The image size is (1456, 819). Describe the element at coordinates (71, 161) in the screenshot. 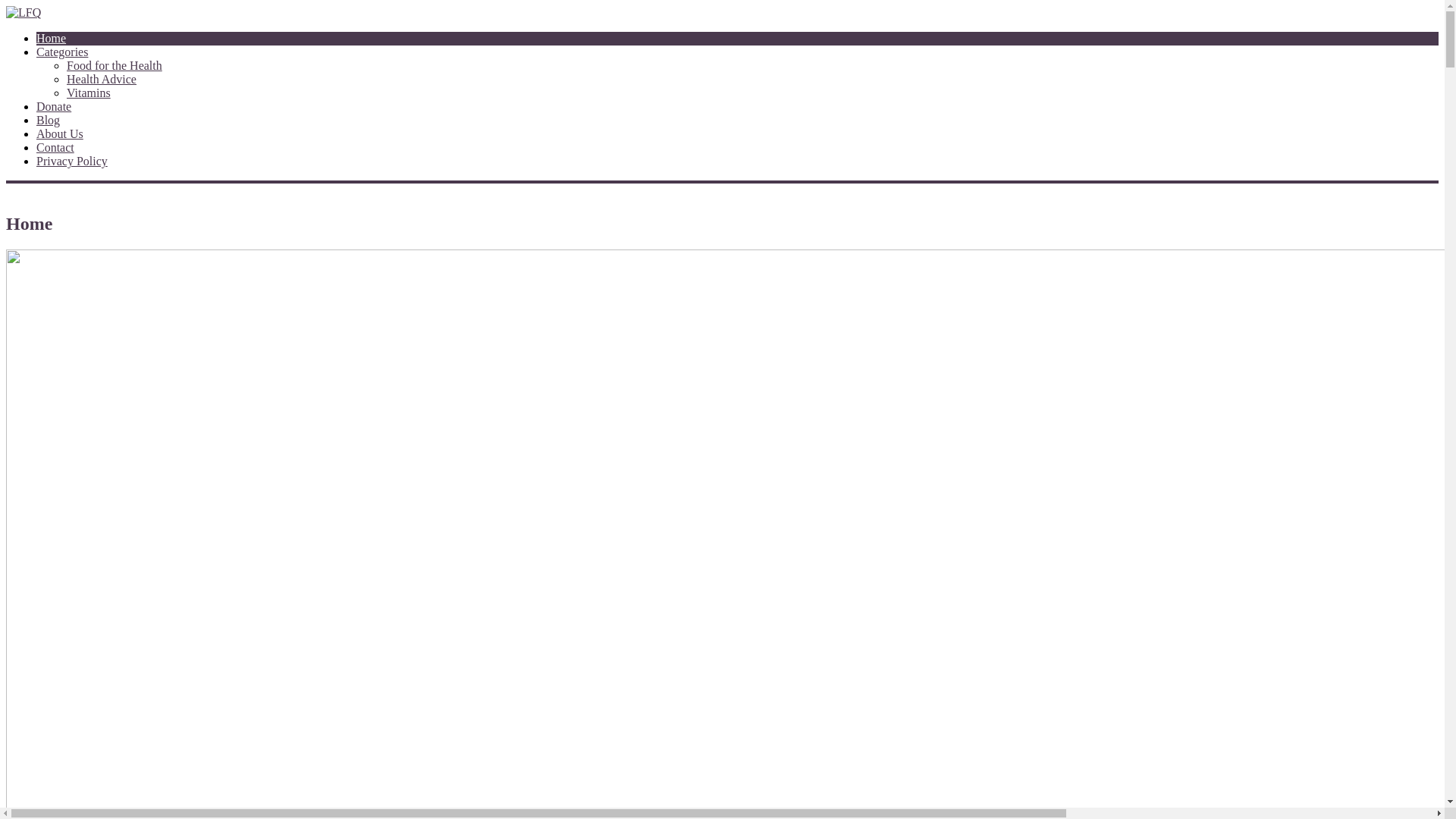

I see `'Privacy Policy'` at that location.